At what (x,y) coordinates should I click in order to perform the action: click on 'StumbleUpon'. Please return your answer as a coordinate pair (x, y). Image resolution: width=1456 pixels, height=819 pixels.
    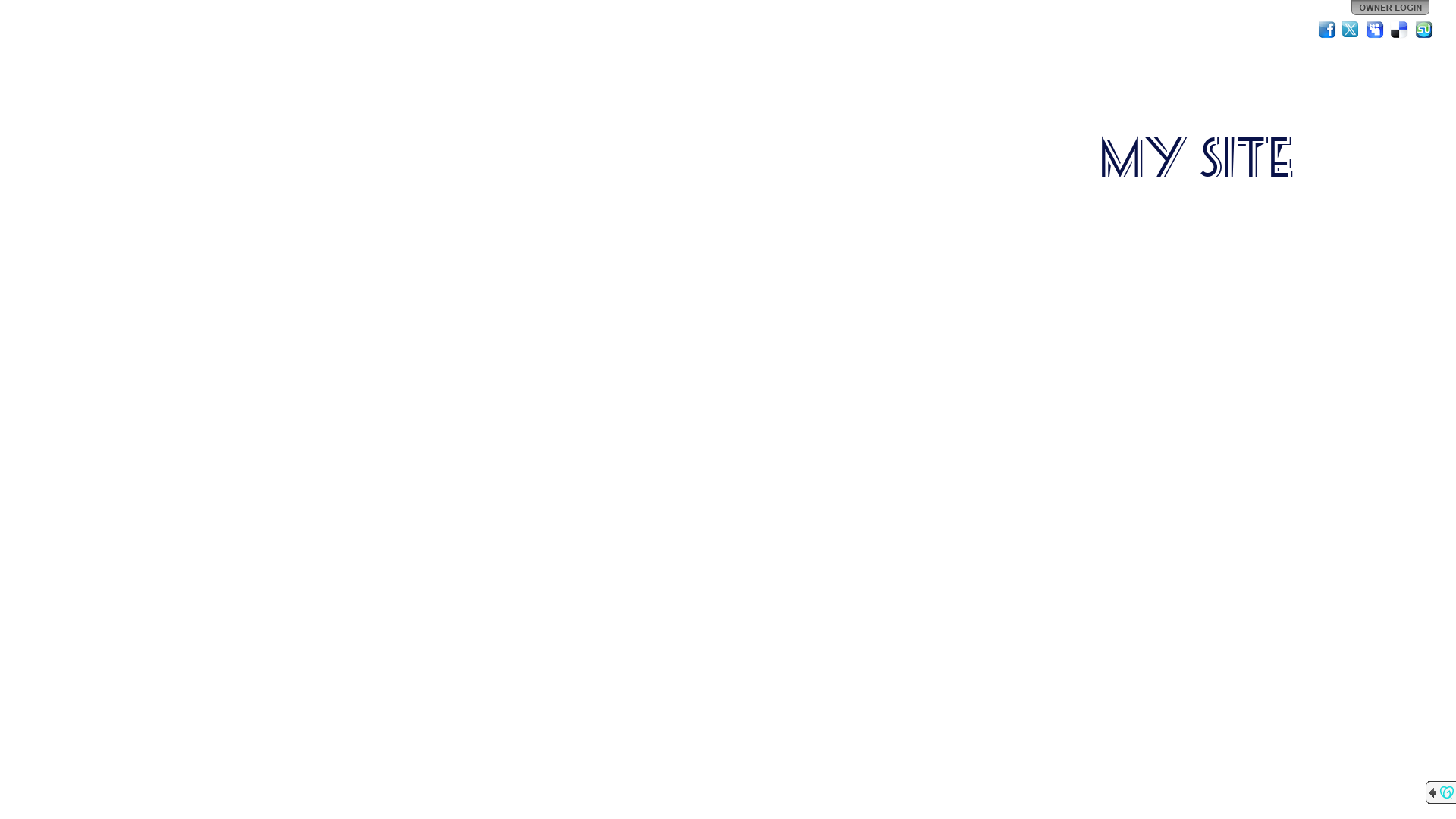
    Looking at the image, I should click on (1412, 29).